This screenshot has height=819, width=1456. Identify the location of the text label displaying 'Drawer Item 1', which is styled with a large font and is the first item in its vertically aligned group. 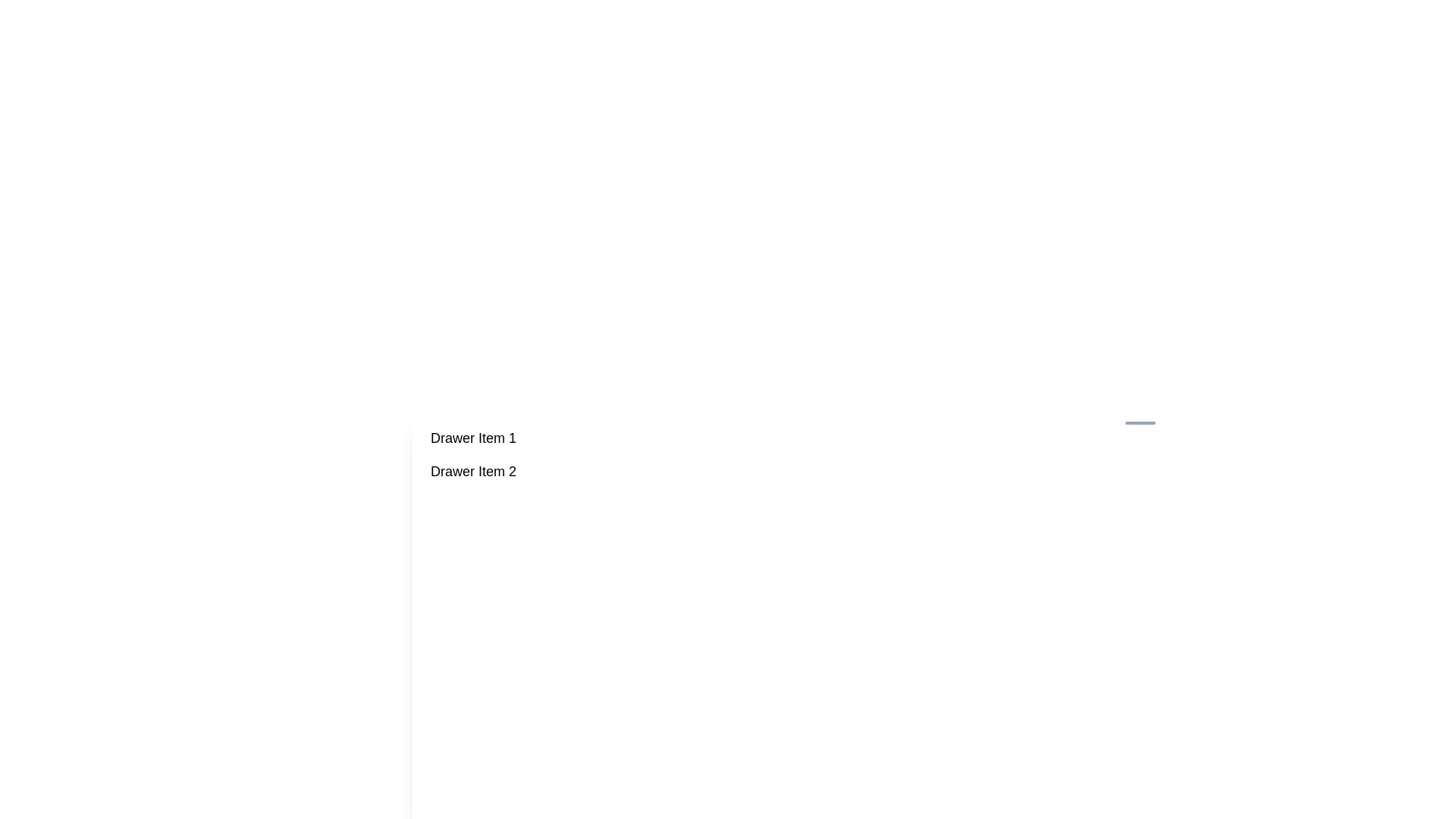
(472, 438).